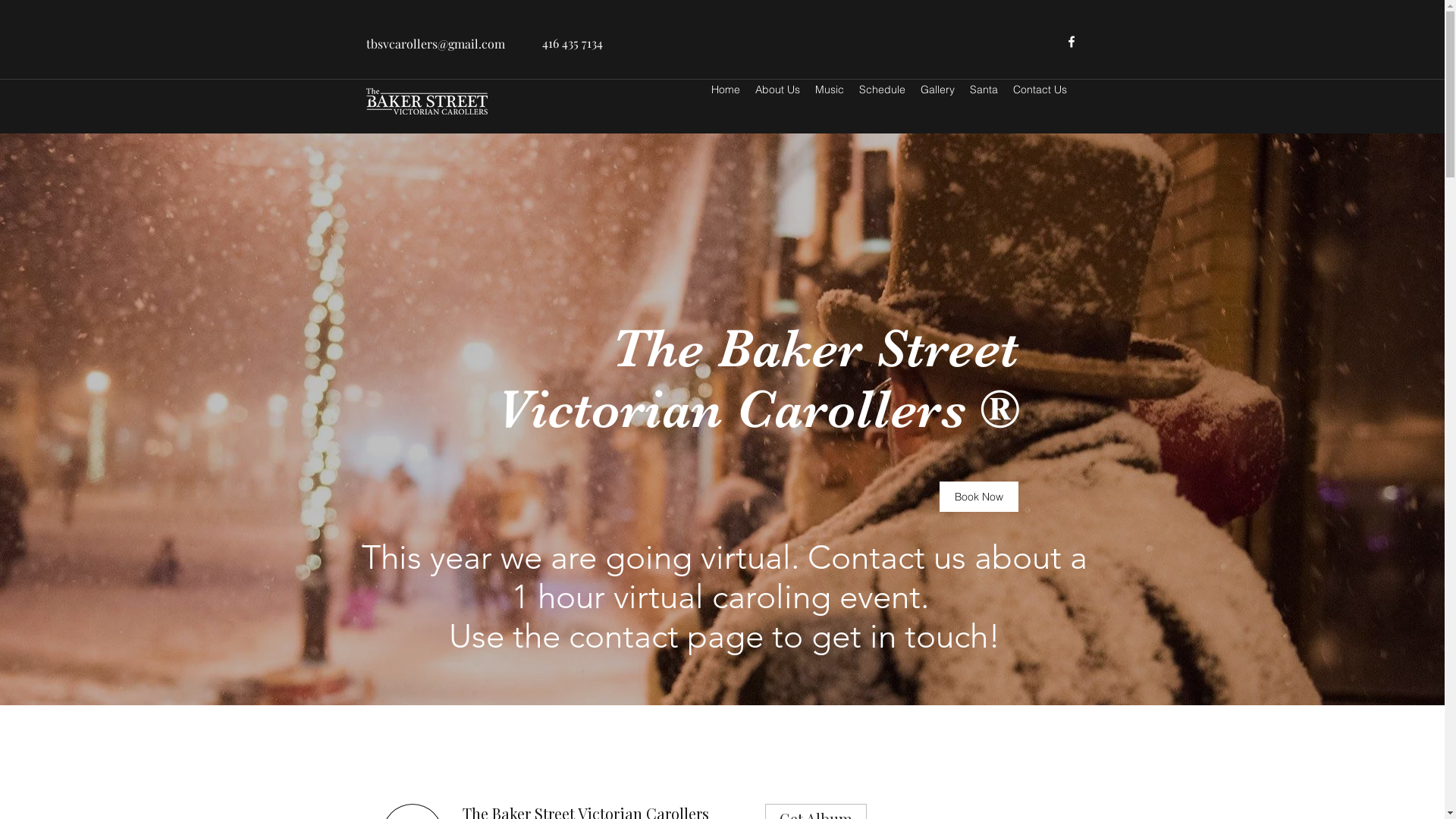 The width and height of the screenshot is (1456, 819). Describe the element at coordinates (828, 89) in the screenshot. I see `'Music'` at that location.